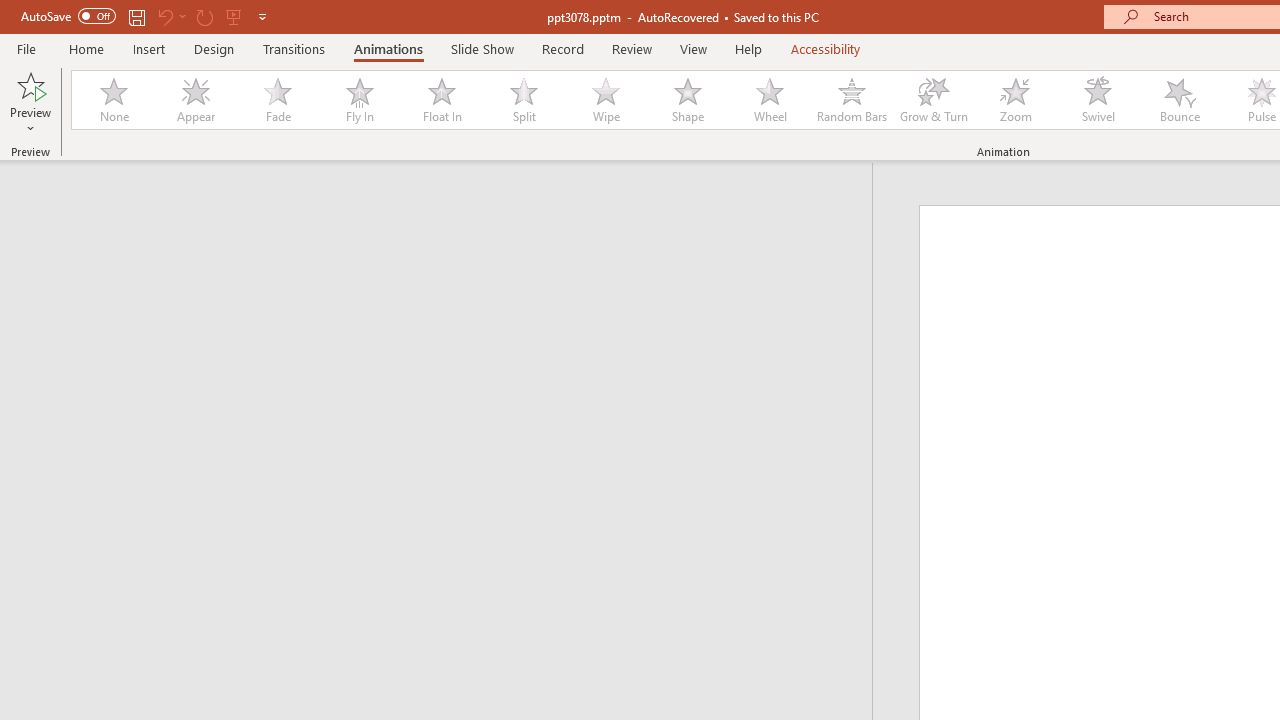  What do you see at coordinates (195, 100) in the screenshot?
I see `'Appear'` at bounding box center [195, 100].